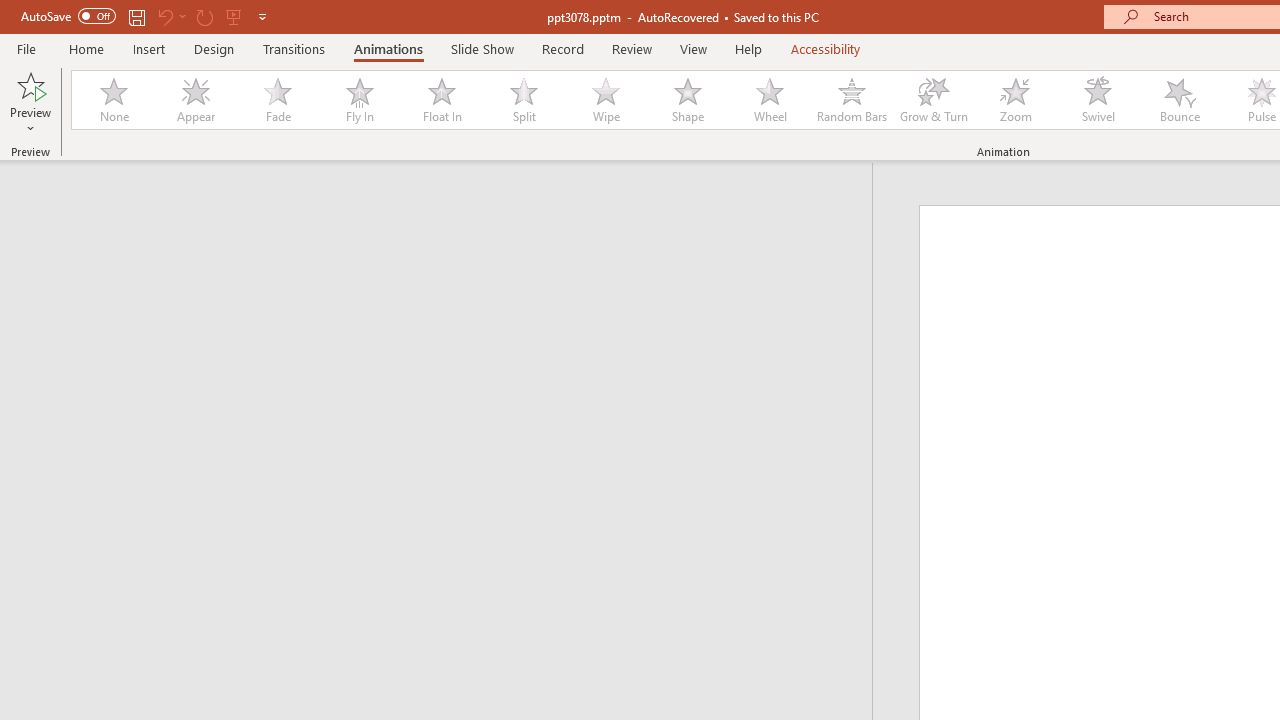  What do you see at coordinates (195, 100) in the screenshot?
I see `'Appear'` at bounding box center [195, 100].